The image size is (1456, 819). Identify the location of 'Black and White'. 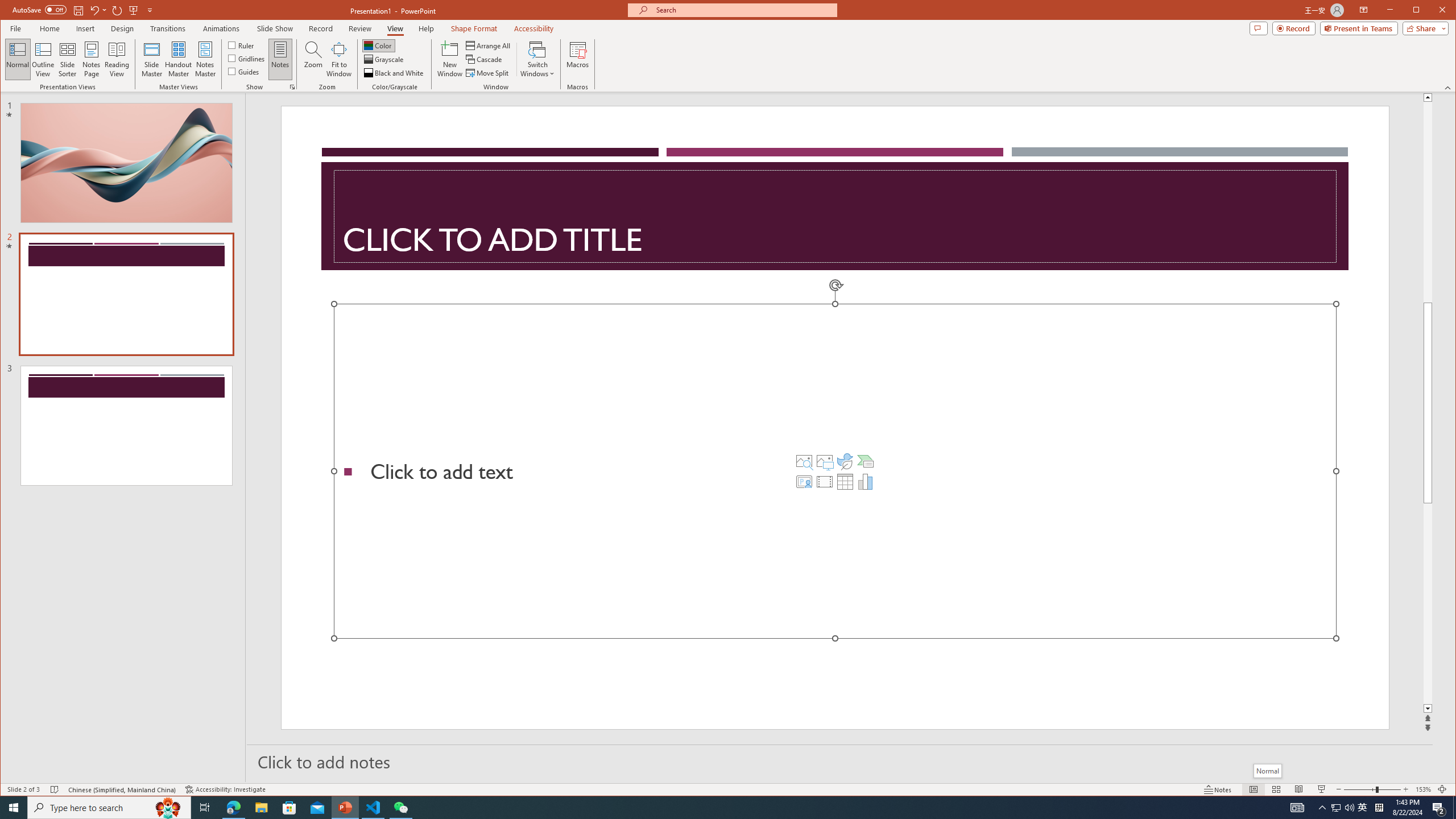
(394, 72).